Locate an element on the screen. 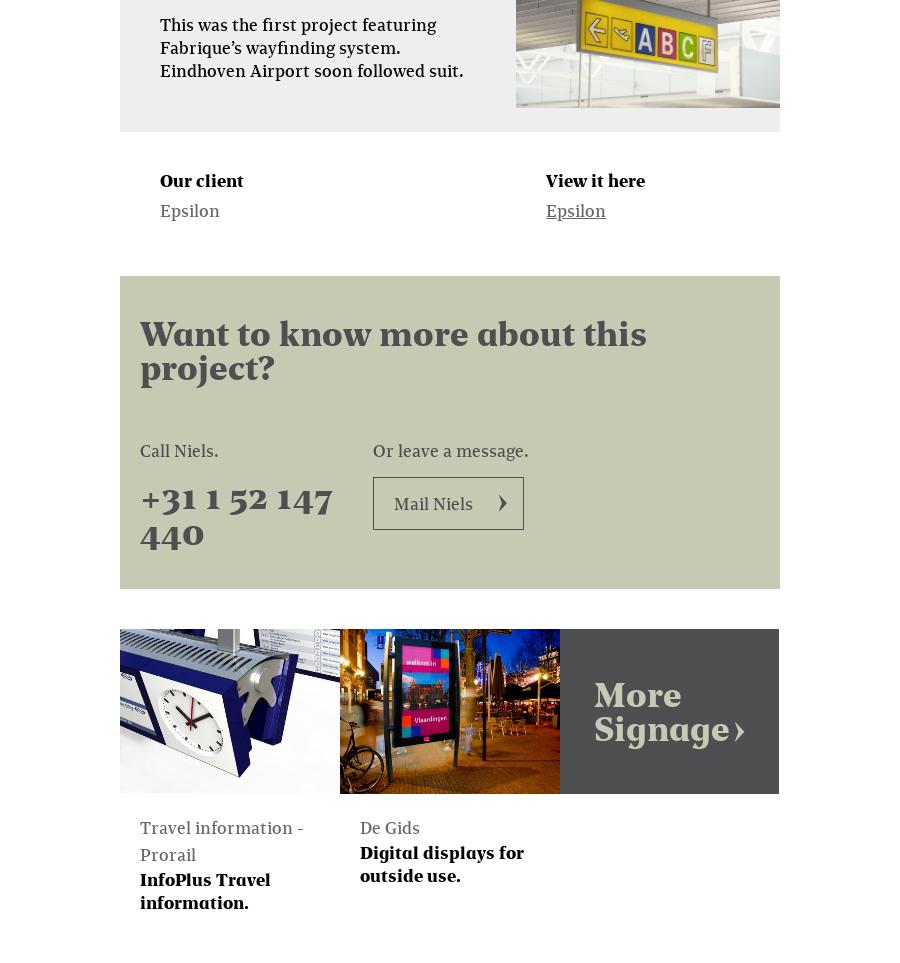  'Digital displays for outside use.' is located at coordinates (441, 862).